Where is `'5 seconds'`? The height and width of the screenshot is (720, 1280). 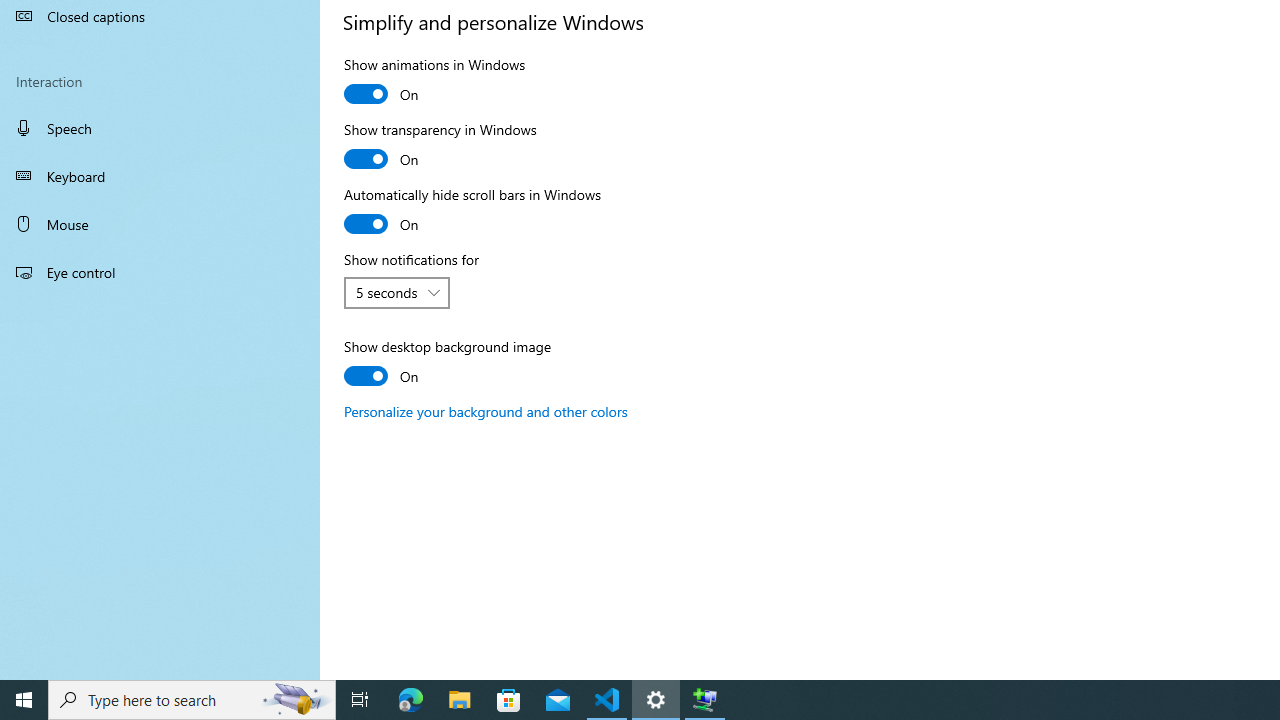
'5 seconds' is located at coordinates (387, 292).